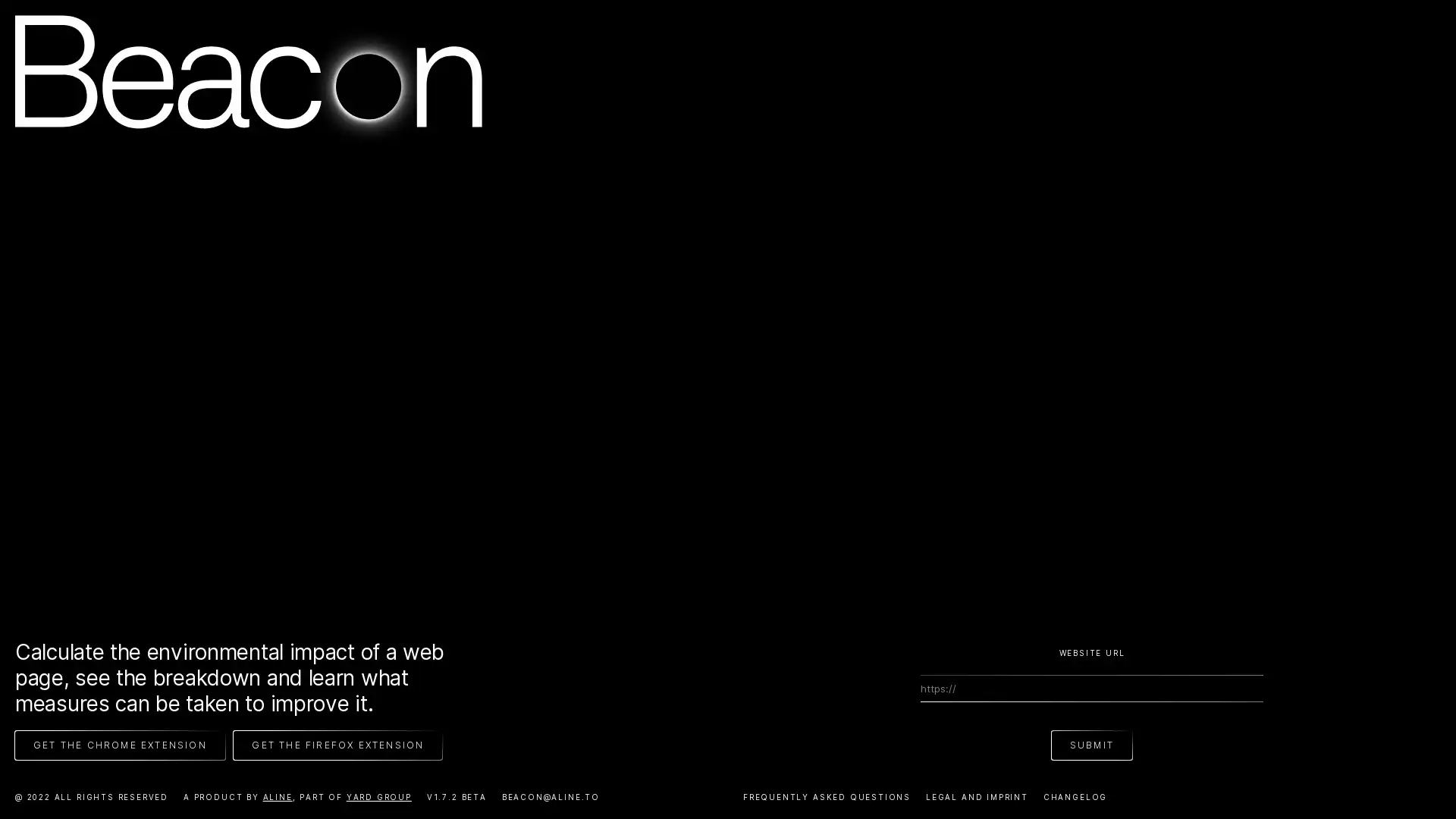 The width and height of the screenshot is (1456, 819). Describe the element at coordinates (337, 744) in the screenshot. I see `GET THE FIREFOX EXTENSION` at that location.